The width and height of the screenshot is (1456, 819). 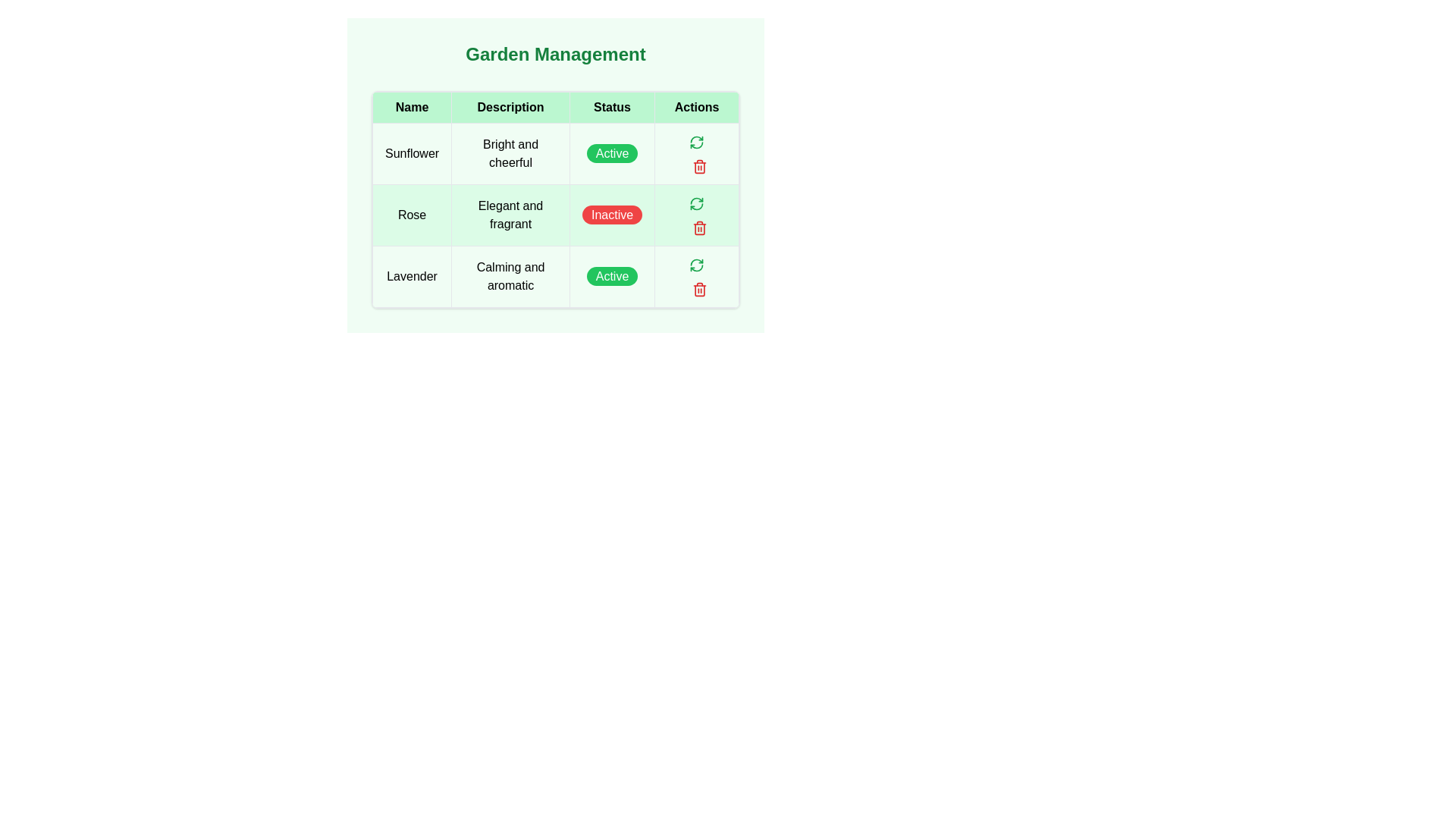 I want to click on the static text field labeled 'Elegant and fragrant' that is located in the second row of the table under the 'Description' column, so click(x=510, y=215).